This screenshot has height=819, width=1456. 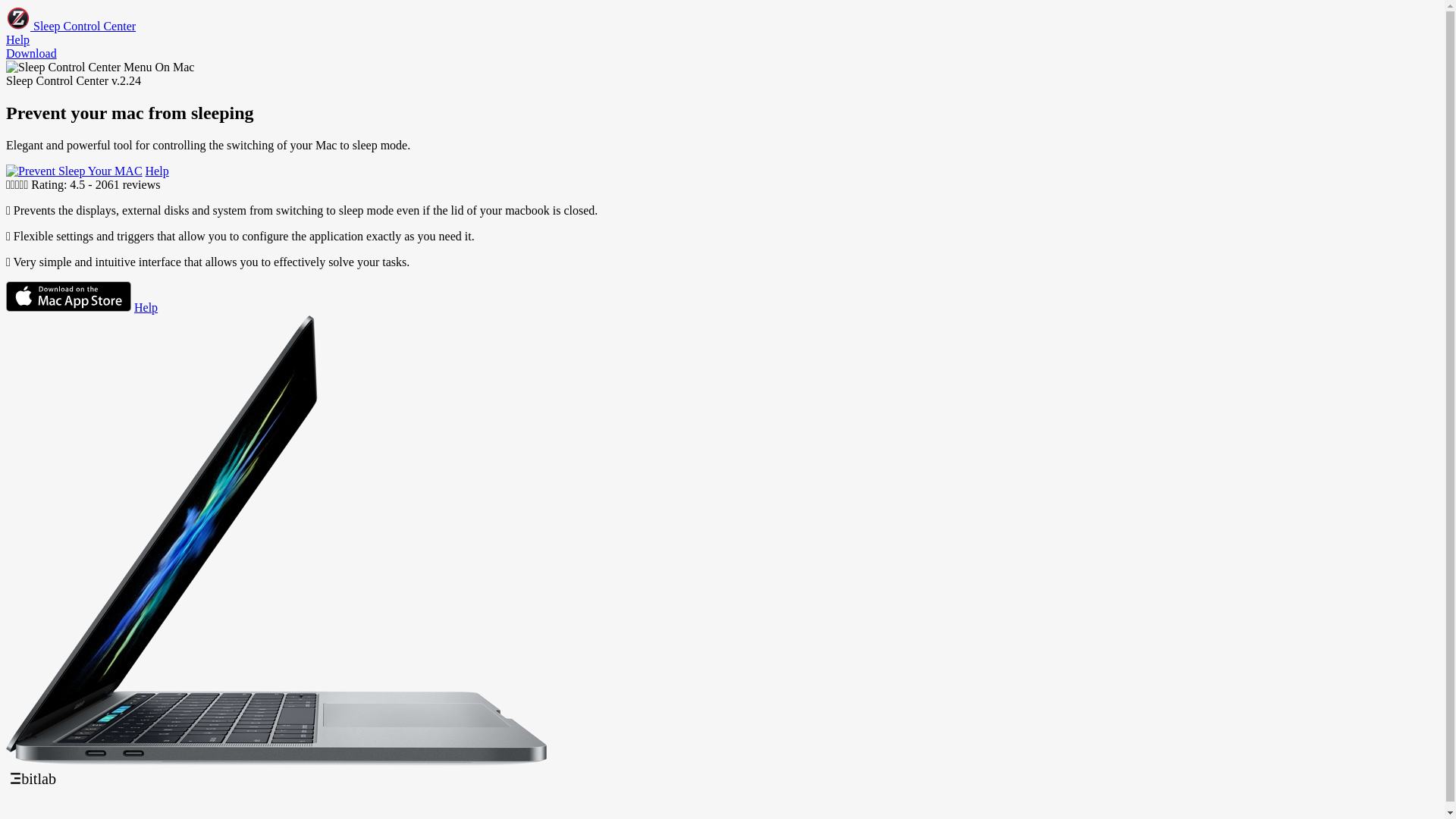 I want to click on 'Download Sleep Control Center', so click(x=73, y=171).